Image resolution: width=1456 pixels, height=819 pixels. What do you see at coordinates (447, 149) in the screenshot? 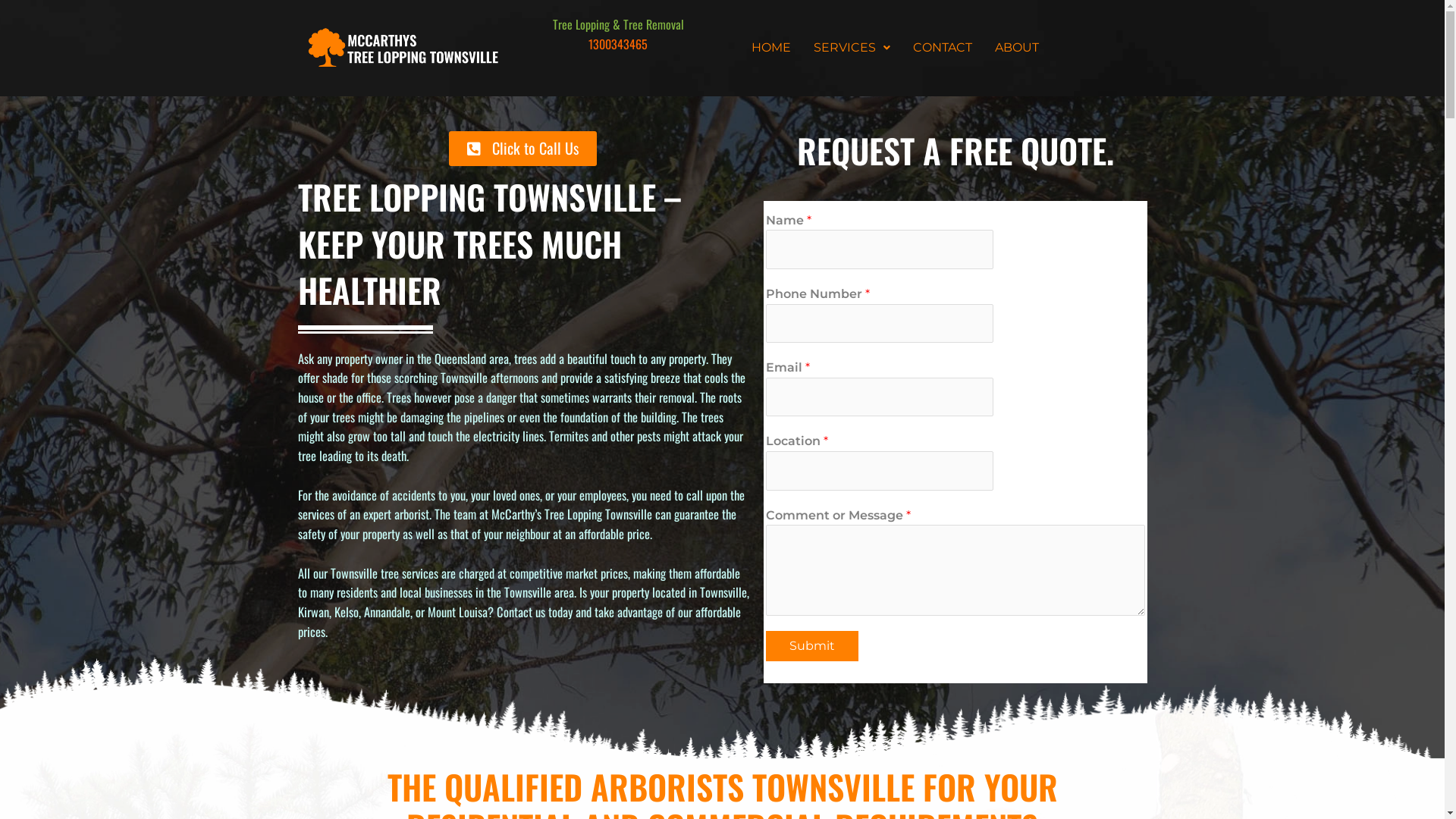
I see `'Click to Call Us'` at bounding box center [447, 149].